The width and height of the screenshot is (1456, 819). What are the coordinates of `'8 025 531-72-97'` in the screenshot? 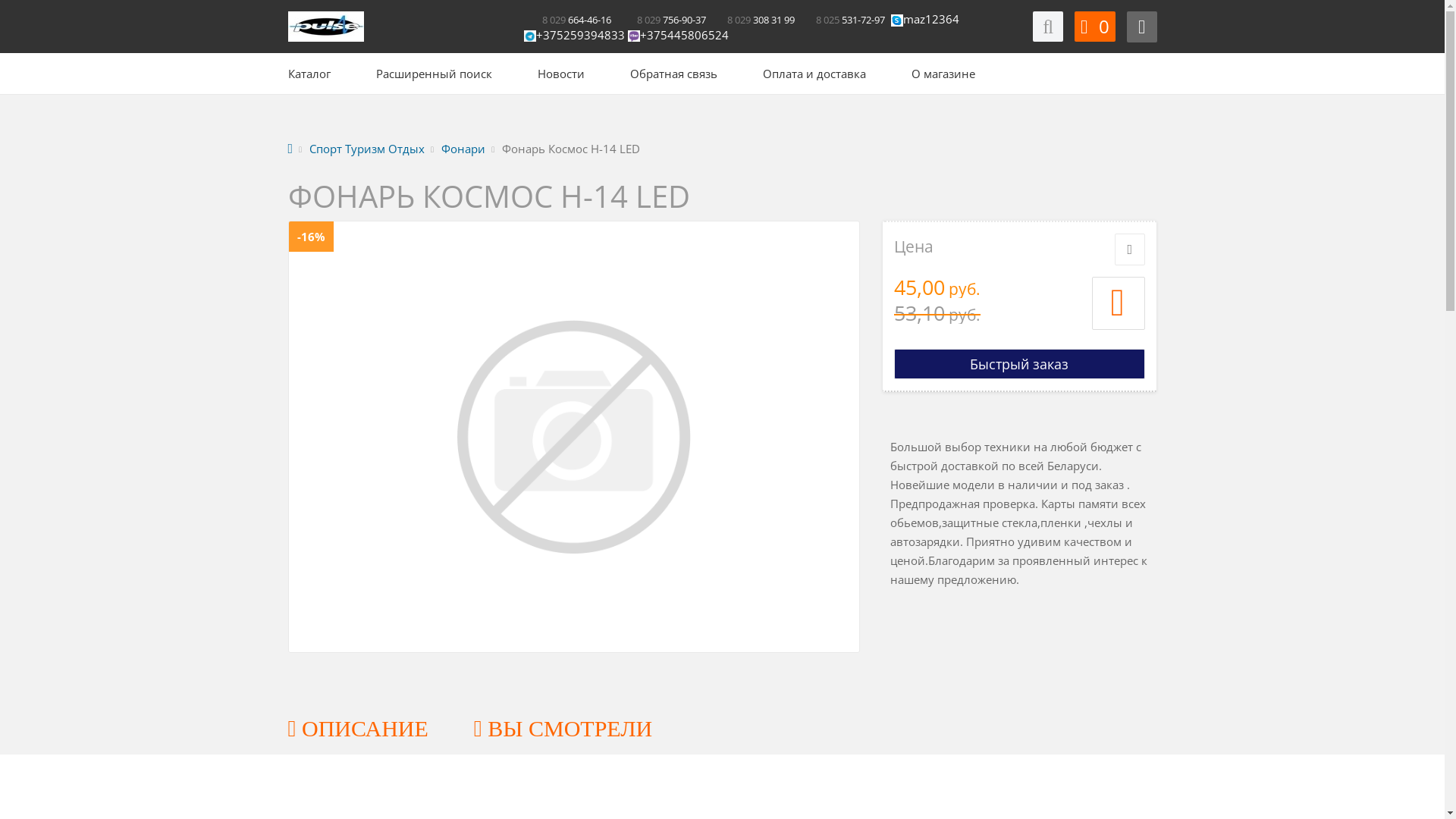 It's located at (842, 18).